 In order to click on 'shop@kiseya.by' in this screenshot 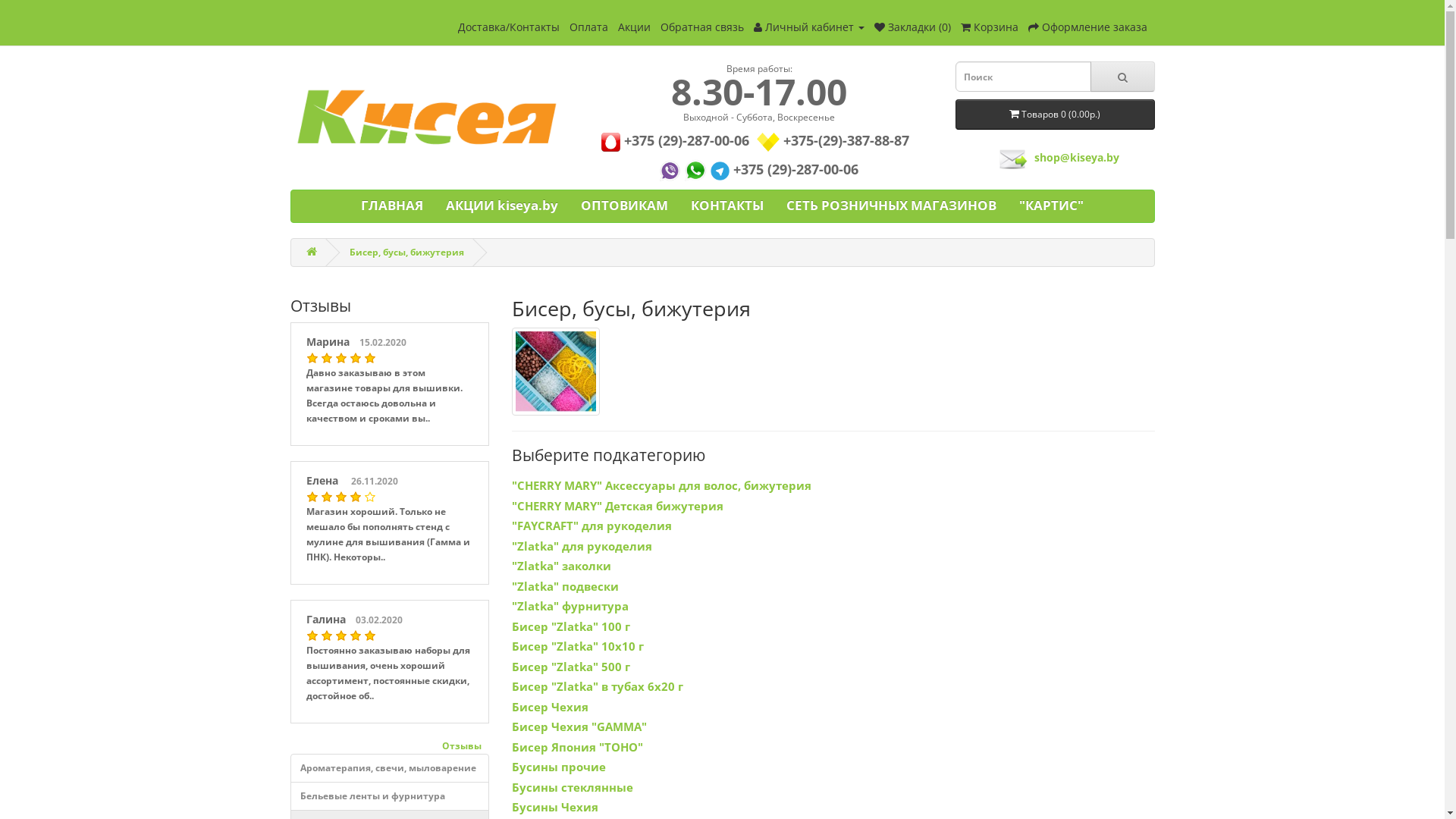, I will do `click(1033, 158)`.